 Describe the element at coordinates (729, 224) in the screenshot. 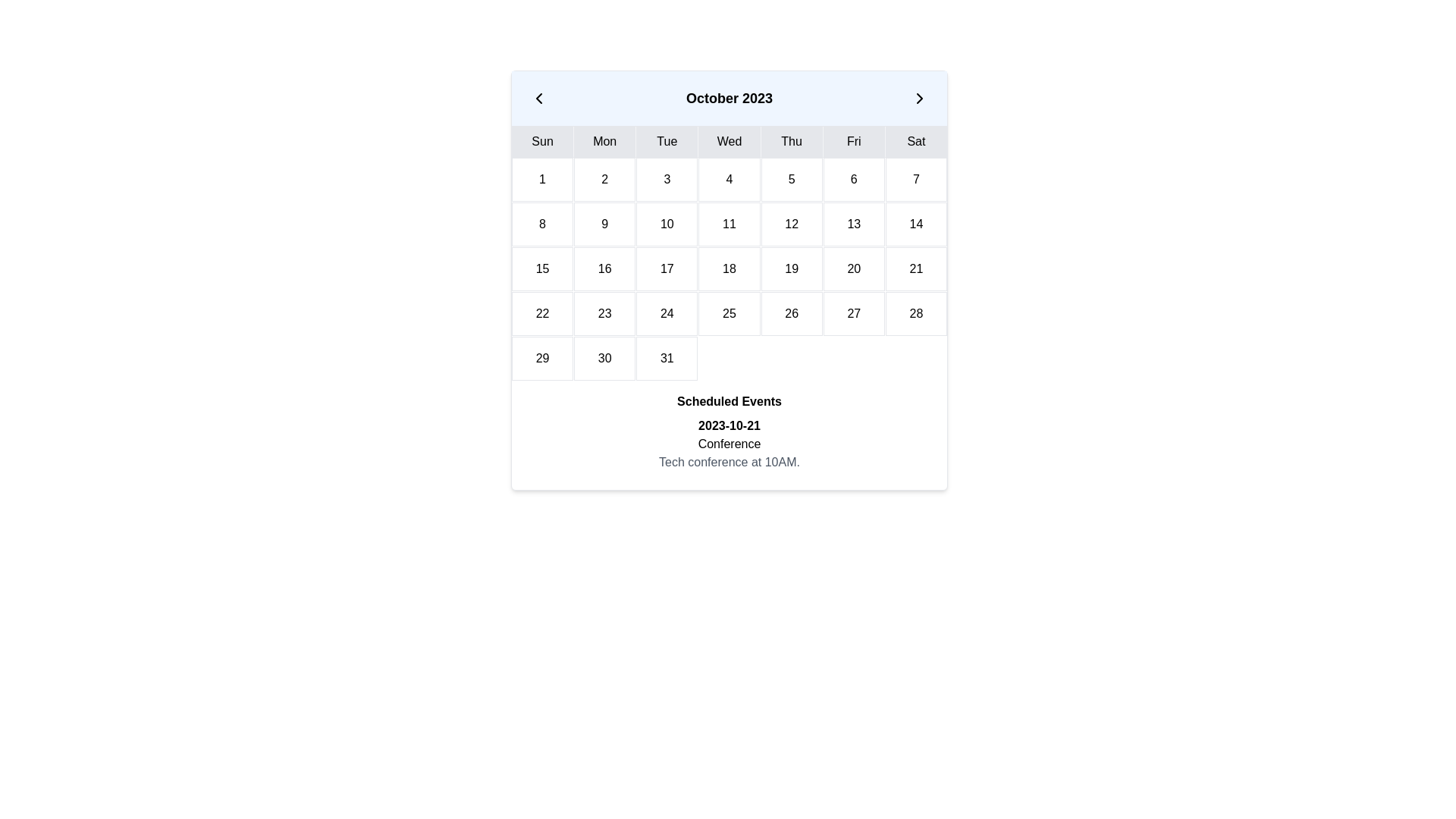

I see `the individual date cell representing the 11th day of October 2023 in the calendar interface` at that location.